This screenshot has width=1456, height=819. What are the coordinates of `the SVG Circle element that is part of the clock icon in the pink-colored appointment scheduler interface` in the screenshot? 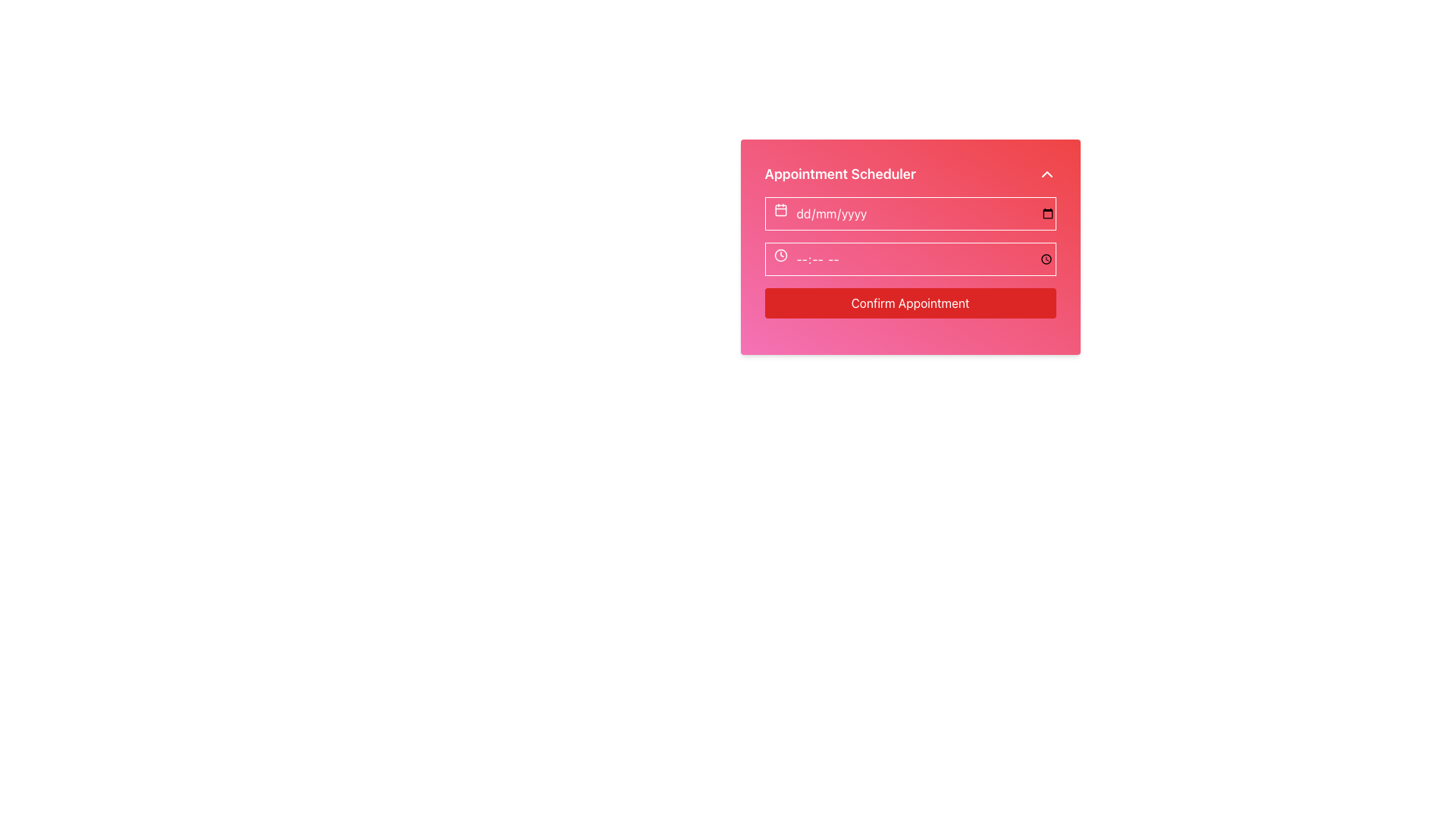 It's located at (780, 254).